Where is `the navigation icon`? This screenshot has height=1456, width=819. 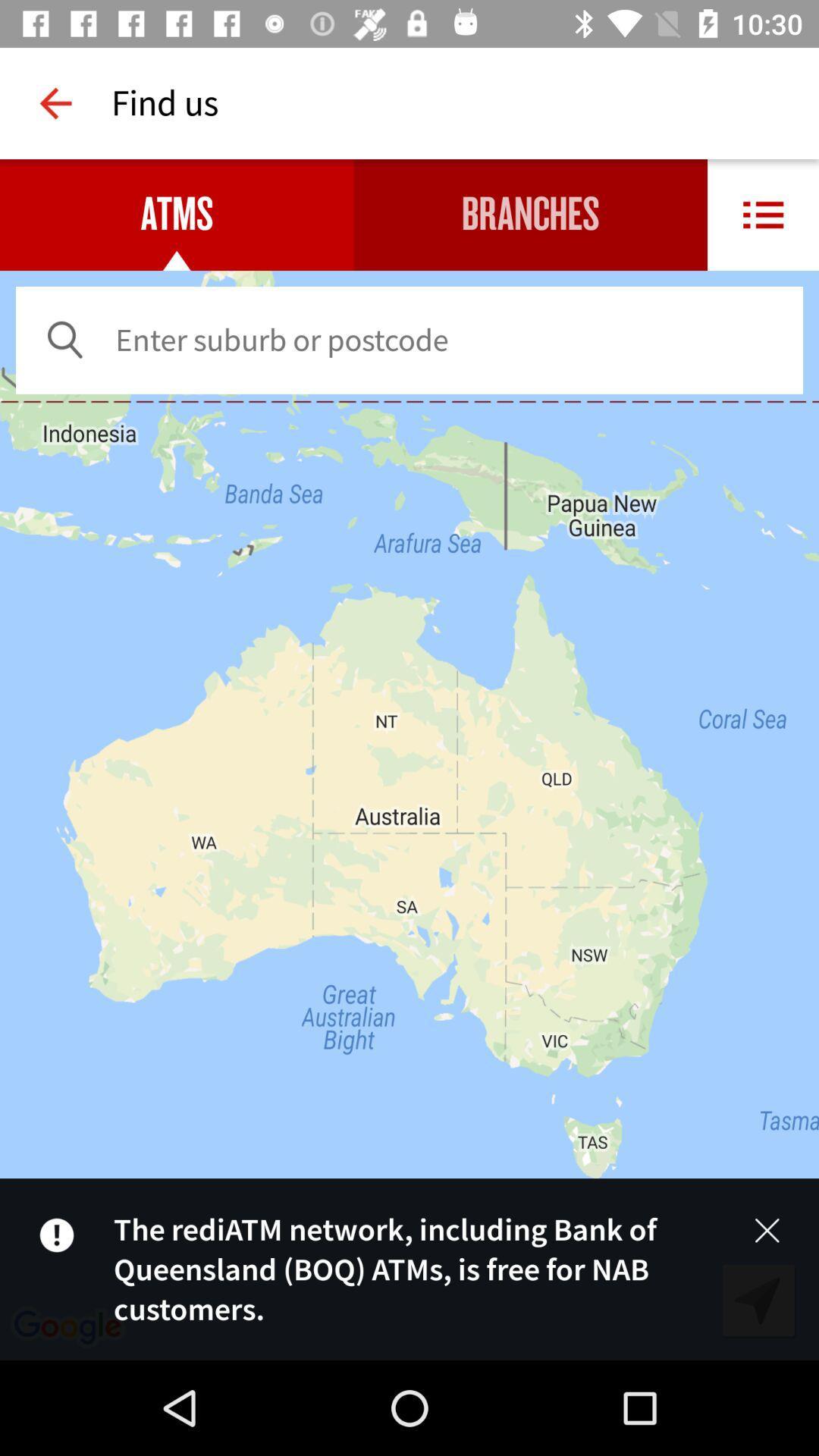
the navigation icon is located at coordinates (761, 1301).